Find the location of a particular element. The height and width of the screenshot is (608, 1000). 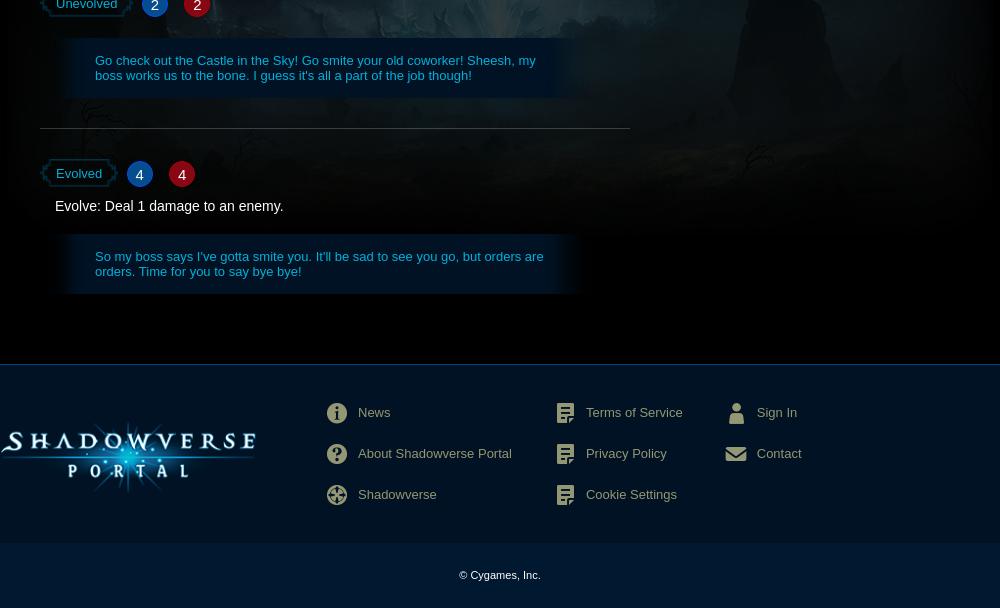

'© Cygames, Inc.' is located at coordinates (458, 573).